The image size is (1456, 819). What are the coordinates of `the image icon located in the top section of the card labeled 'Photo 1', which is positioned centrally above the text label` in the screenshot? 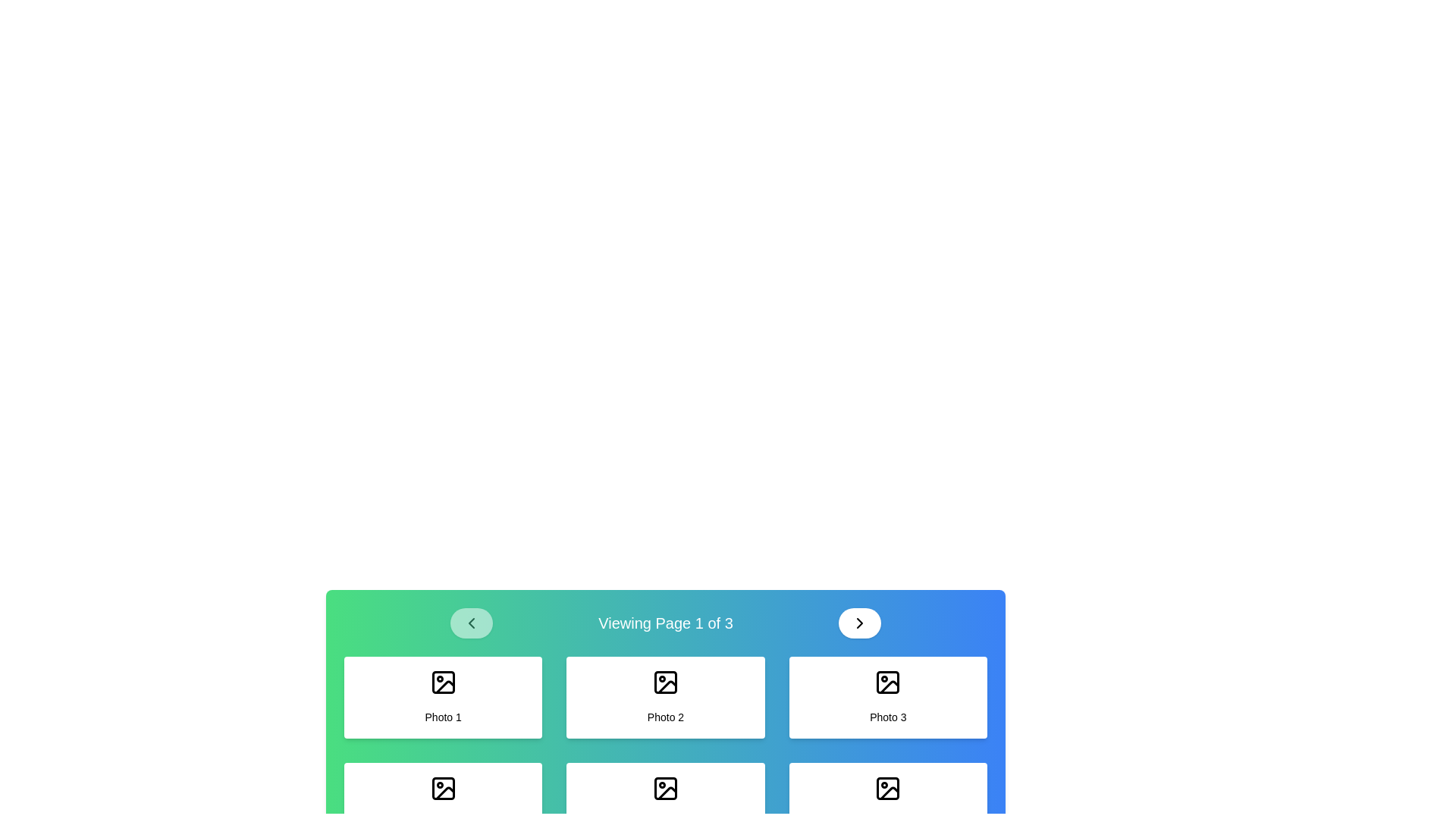 It's located at (442, 681).